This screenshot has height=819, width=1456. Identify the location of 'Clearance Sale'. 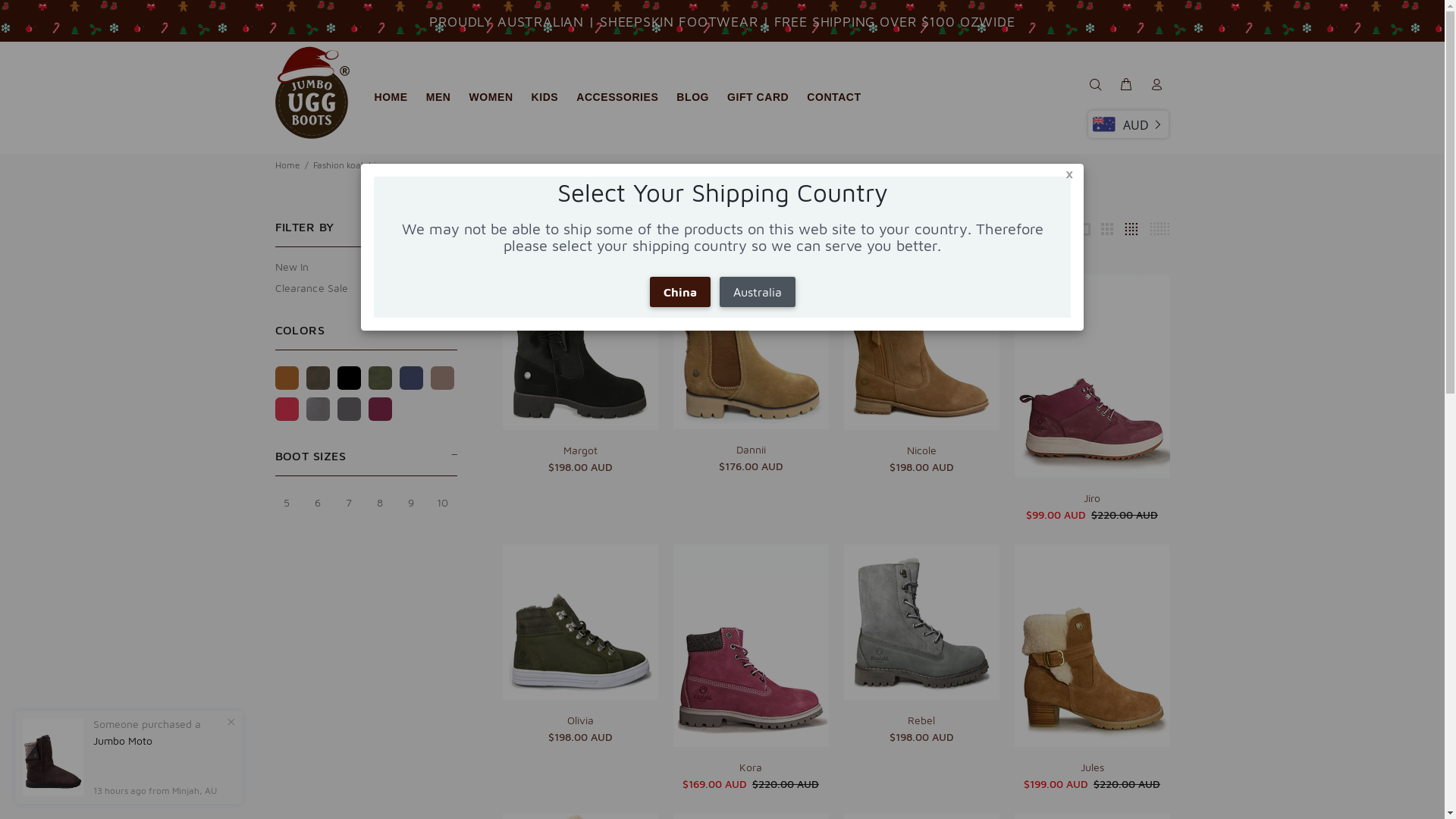
(365, 286).